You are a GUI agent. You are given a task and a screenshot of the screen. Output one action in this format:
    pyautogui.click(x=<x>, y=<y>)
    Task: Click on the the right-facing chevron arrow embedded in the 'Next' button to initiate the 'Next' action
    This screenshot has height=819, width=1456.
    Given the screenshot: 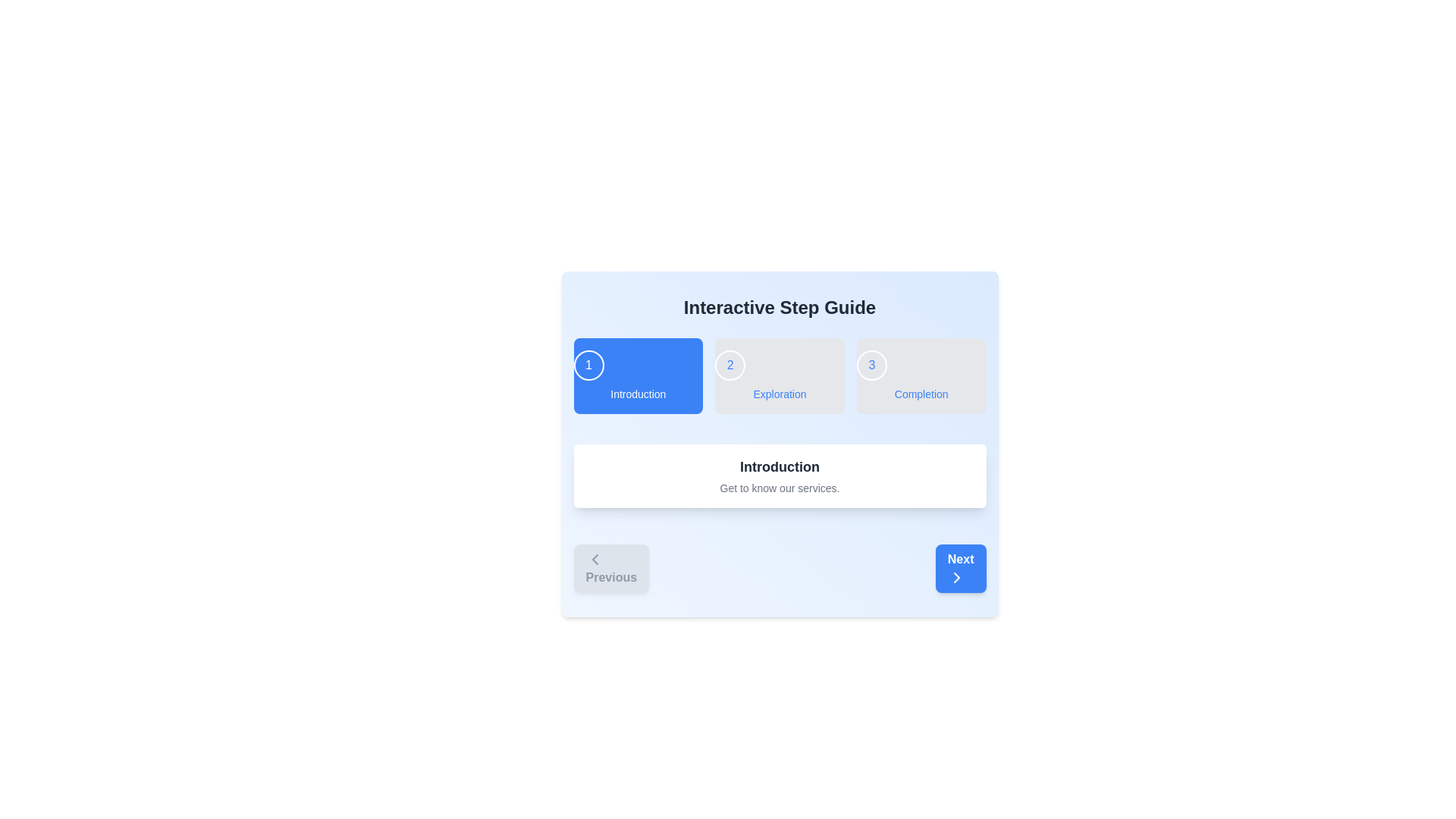 What is the action you would take?
    pyautogui.click(x=955, y=578)
    